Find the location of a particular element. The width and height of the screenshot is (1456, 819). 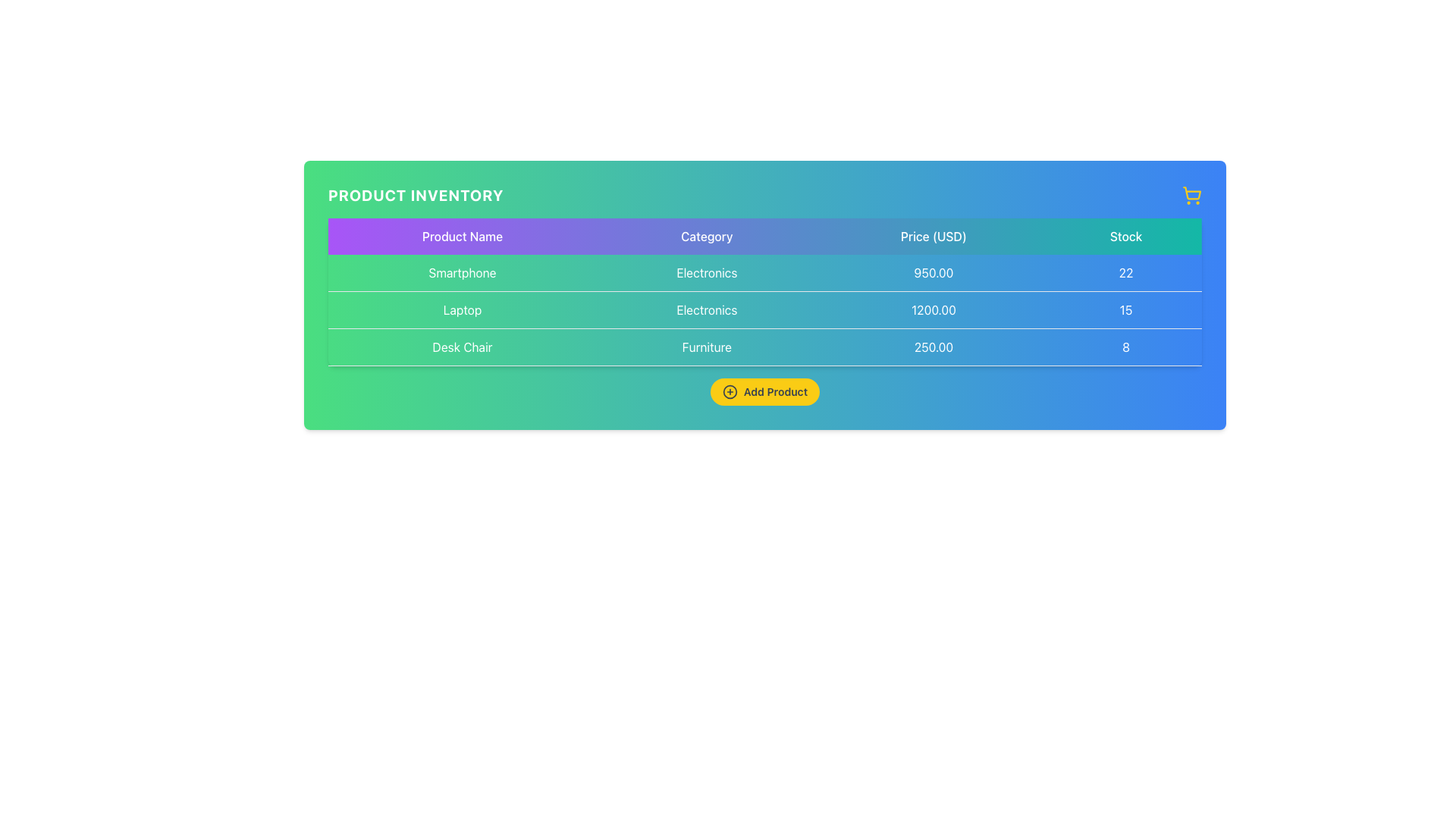

the icon at the center of the yellow 'Add Product' button is located at coordinates (730, 391).